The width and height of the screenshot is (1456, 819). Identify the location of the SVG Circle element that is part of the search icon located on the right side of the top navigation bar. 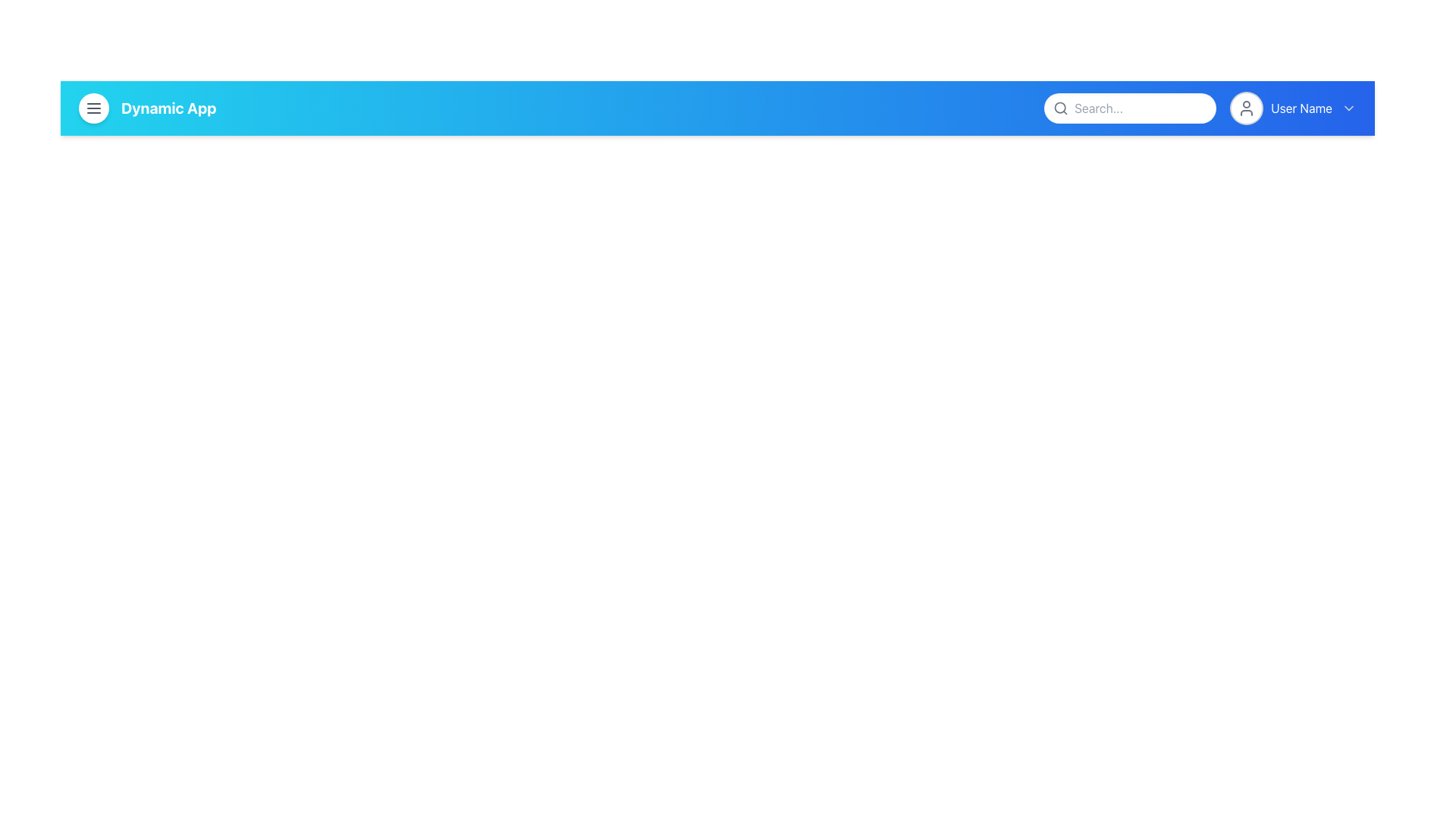
(1059, 107).